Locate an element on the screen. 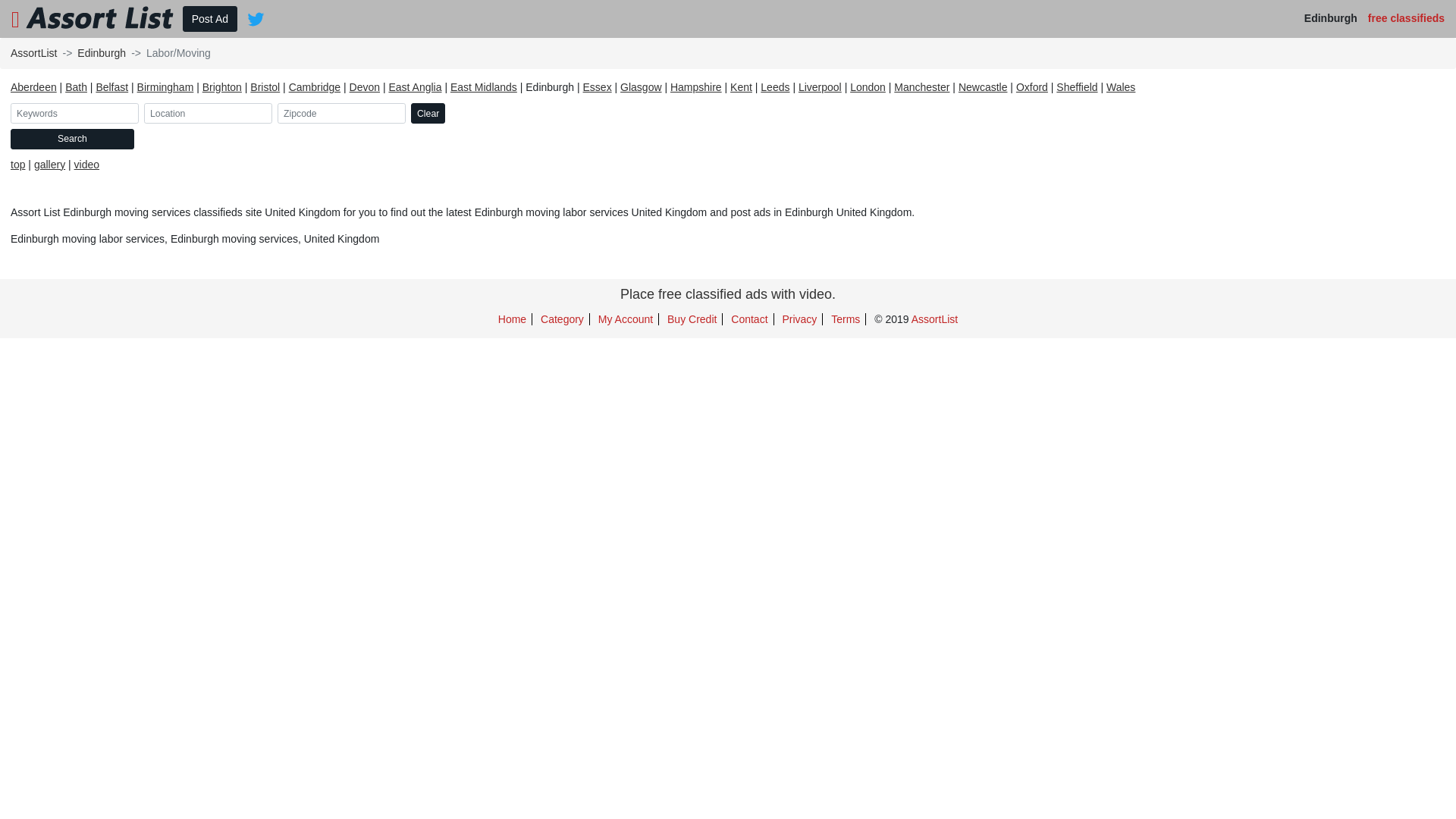 The width and height of the screenshot is (1456, 819). 'Category' is located at coordinates (561, 318).